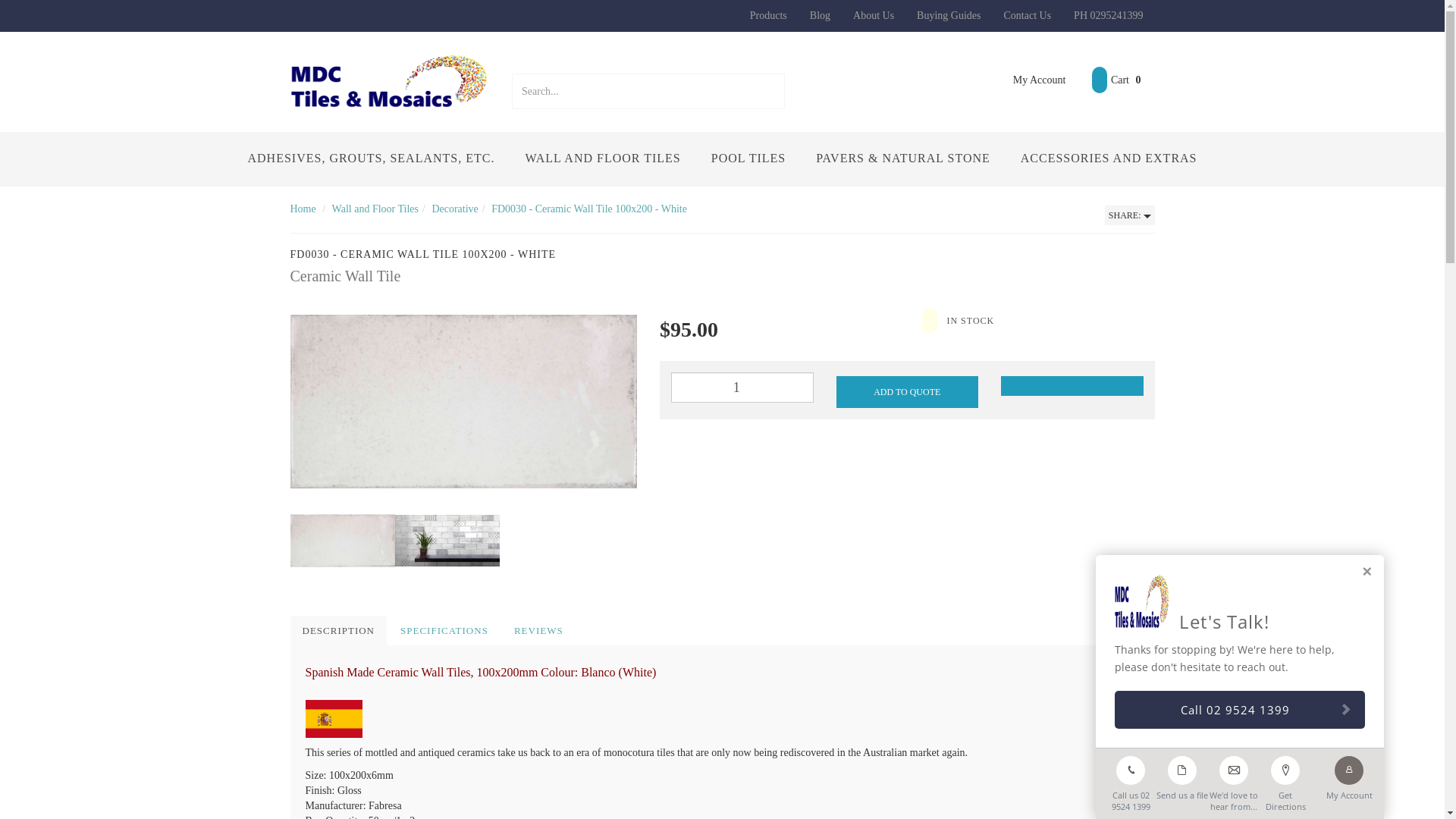 The image size is (1456, 819). I want to click on 'Home', so click(290, 209).